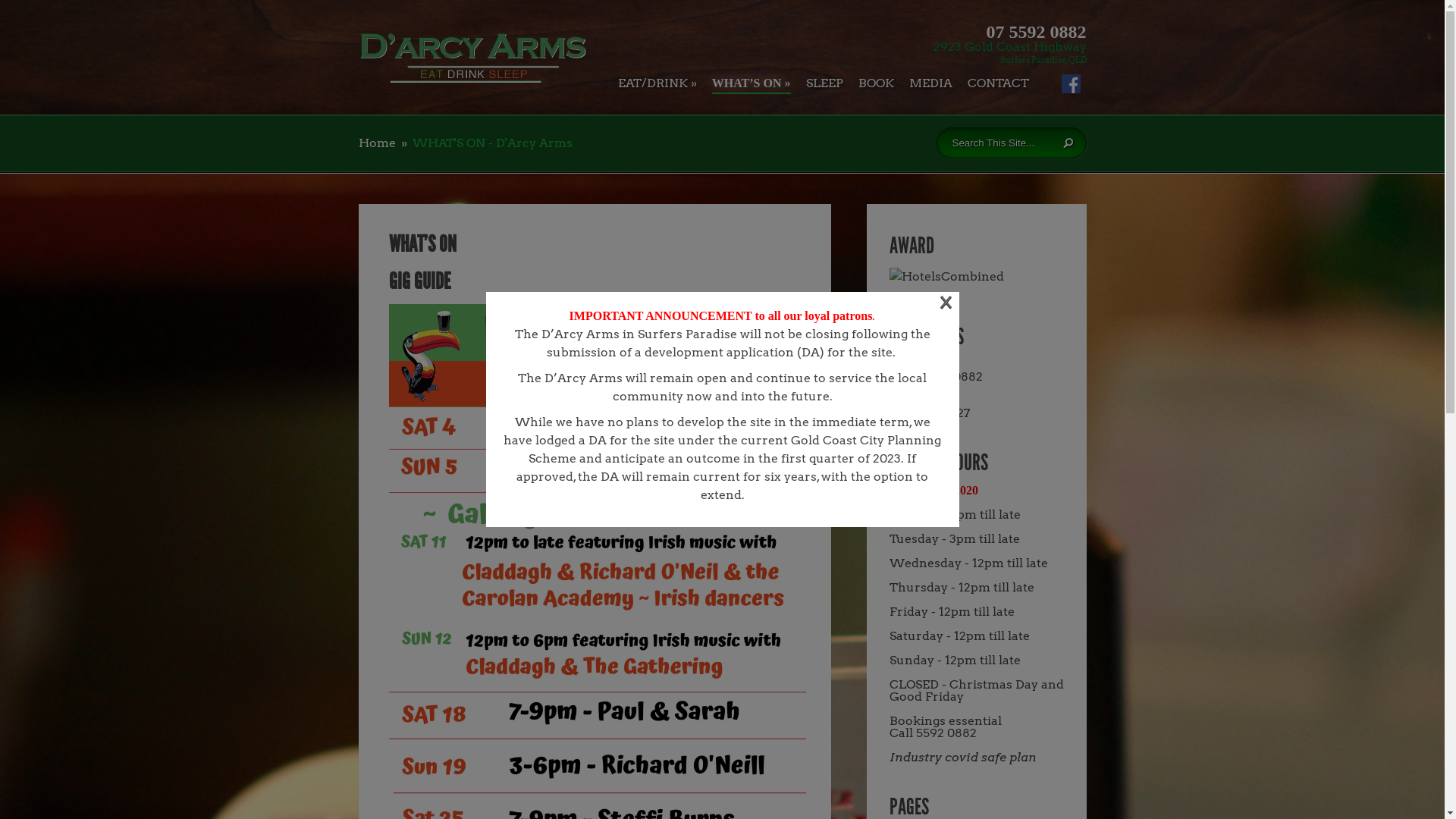  I want to click on 'SLEEP', so click(823, 86).